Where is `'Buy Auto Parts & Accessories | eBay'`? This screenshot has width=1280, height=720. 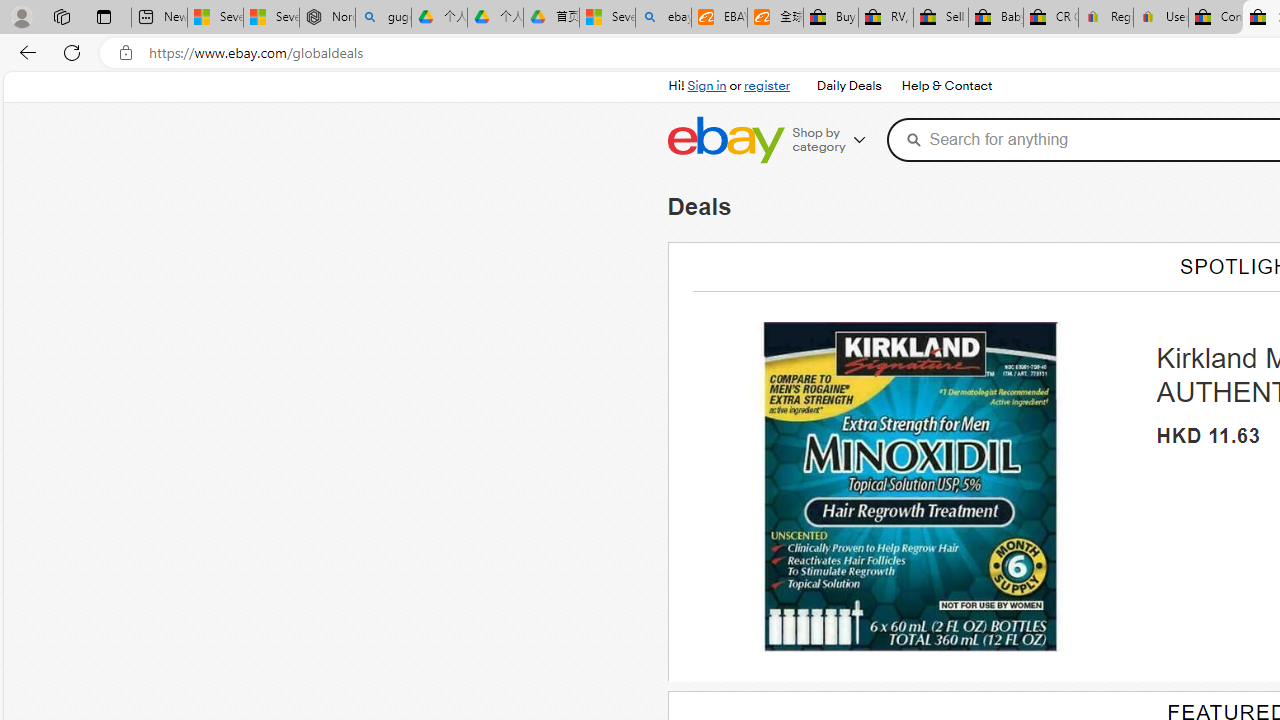 'Buy Auto Parts & Accessories | eBay' is located at coordinates (830, 17).